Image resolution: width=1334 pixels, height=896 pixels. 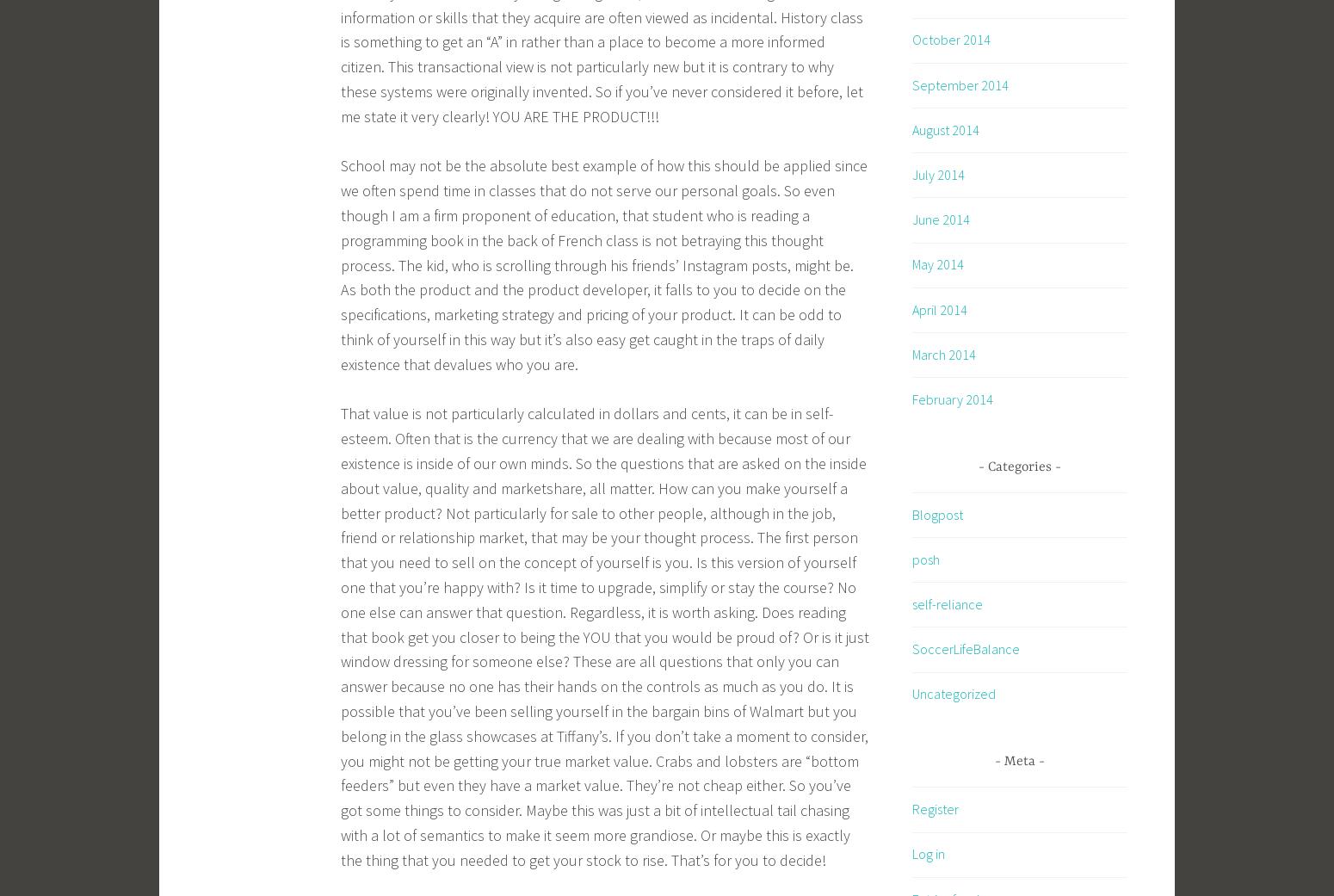 I want to click on 'That value is not particularly calculated in dollars and cents, it can be in self-esteem.  Often that is the currency that we are dealing with because most of our existence is inside of our own minds.  So the questions that are asked on the inside about value, quality and marketshare, all matter.  How can you make yourself a better product?  Not particularly for sale to other people, although in the job, friend or relationship market, that may be your thought process.  The first person that you need to sell on the concept of yourself is you.  Is this version of yourself one that you’re happy with?  Is it time to upgrade, simplify or stay the course?  No one else can answer that question.  Regardless, it is worth asking.  Does reading that book get you closer to being the YOU that you would be proud of?  Or is it just window dressing for someone else?  These are all questions that only you can answer because no one has their hands on the controls as much as you do.  It is possible that you’ve been selling yourself in the bargain bins of Walmart but you belong in the glass showcases at Tiffany’s.  If you don’t take a moment to consider, you might not be getting your true market value.  Crabs and lobsters are “bottom feeders” but even they have a market value.  They’re not cheap either.  So you’ve got some things to consider.  Maybe this was just a bit of intellectual tail chasing with a lot of semantics to make it seem more grandiose.  Or maybe this is exactly the thing that you needed to get your stock to rise.  That’s for you to decide!', so click(x=604, y=636).